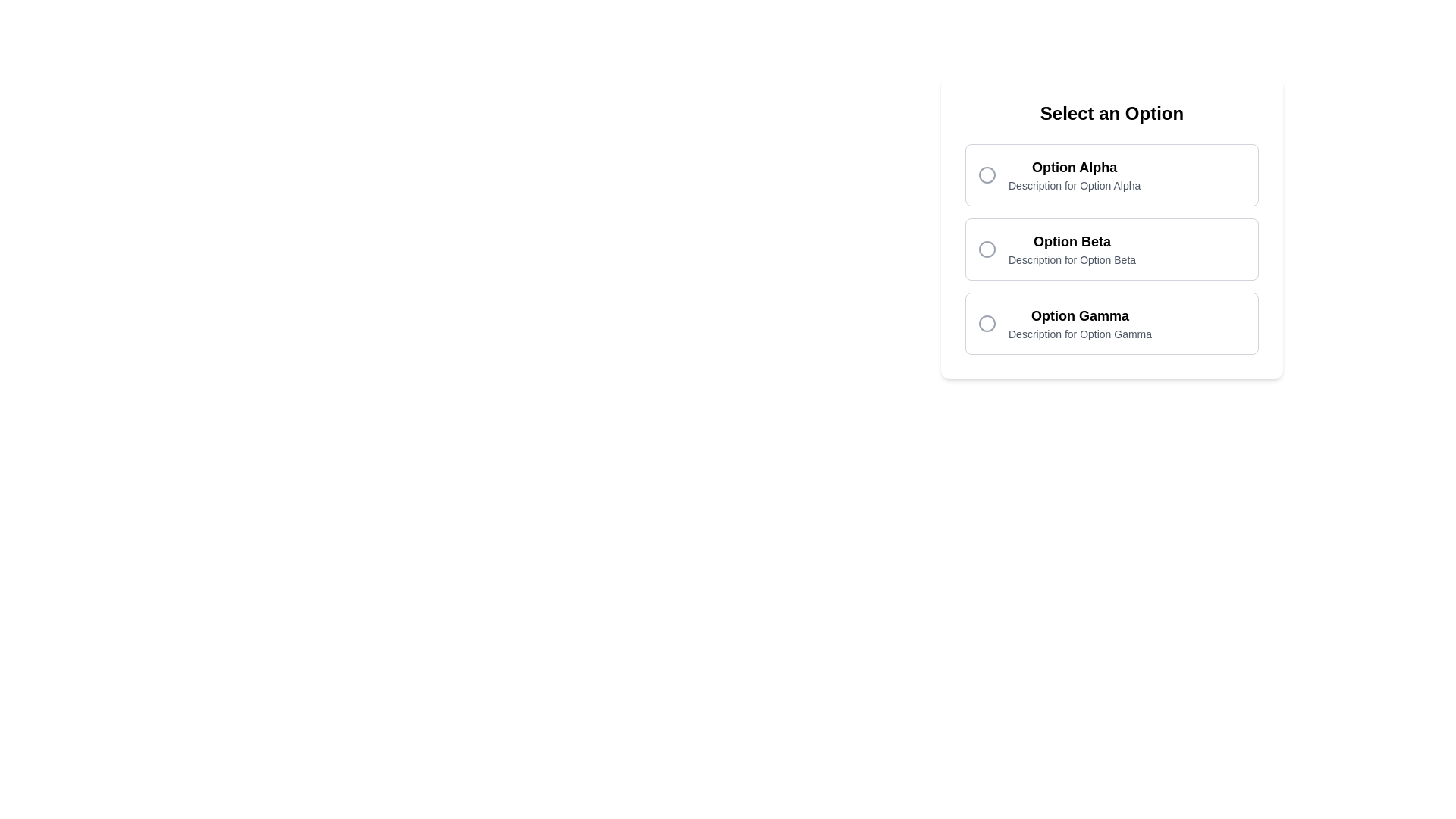 This screenshot has height=819, width=1456. What do you see at coordinates (1074, 167) in the screenshot?
I see `the text label for the first option in the selection list under the heading 'Select an Option'. This label distinguishes the first choice from others in the group` at bounding box center [1074, 167].